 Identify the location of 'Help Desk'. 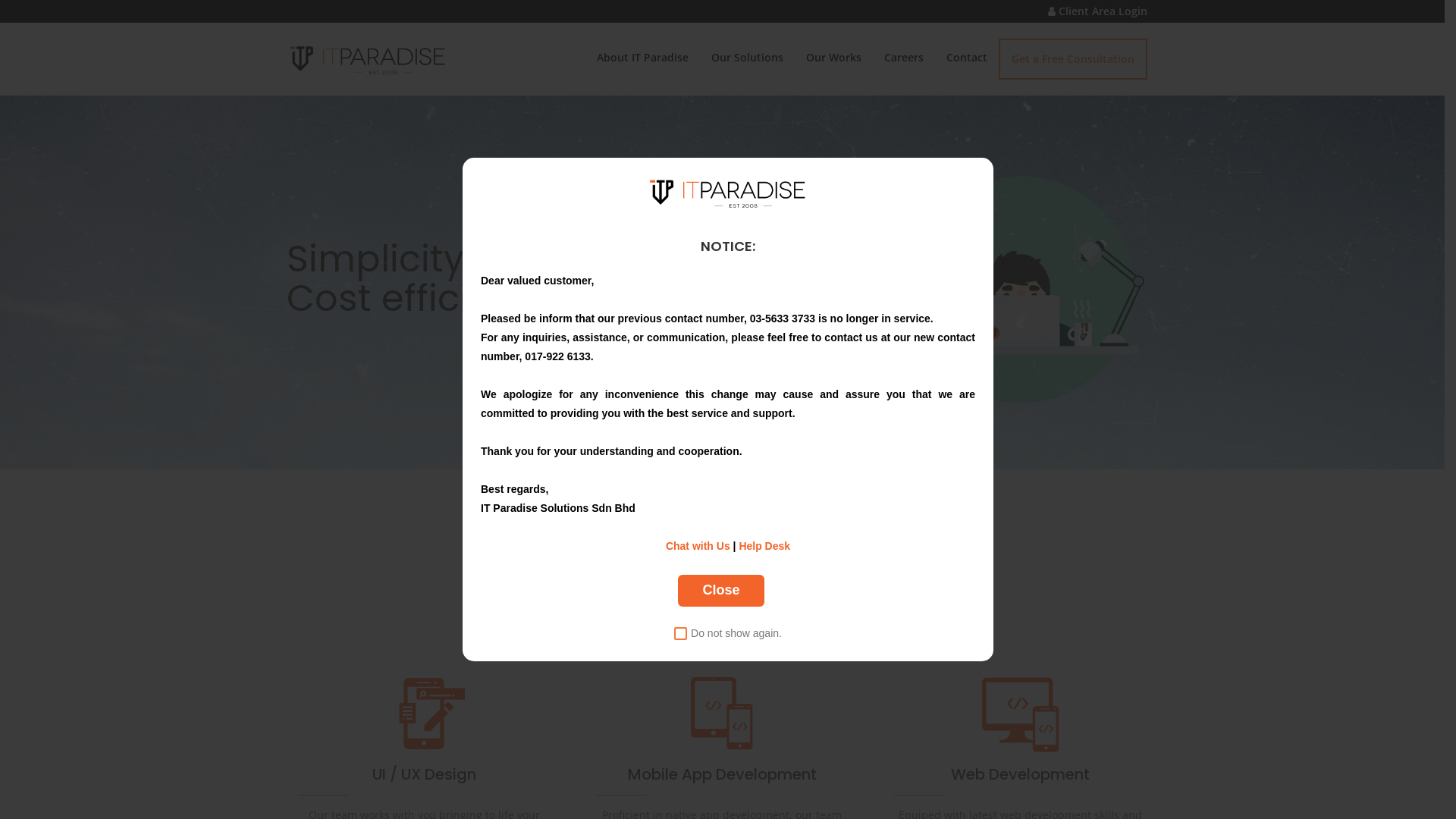
(764, 546).